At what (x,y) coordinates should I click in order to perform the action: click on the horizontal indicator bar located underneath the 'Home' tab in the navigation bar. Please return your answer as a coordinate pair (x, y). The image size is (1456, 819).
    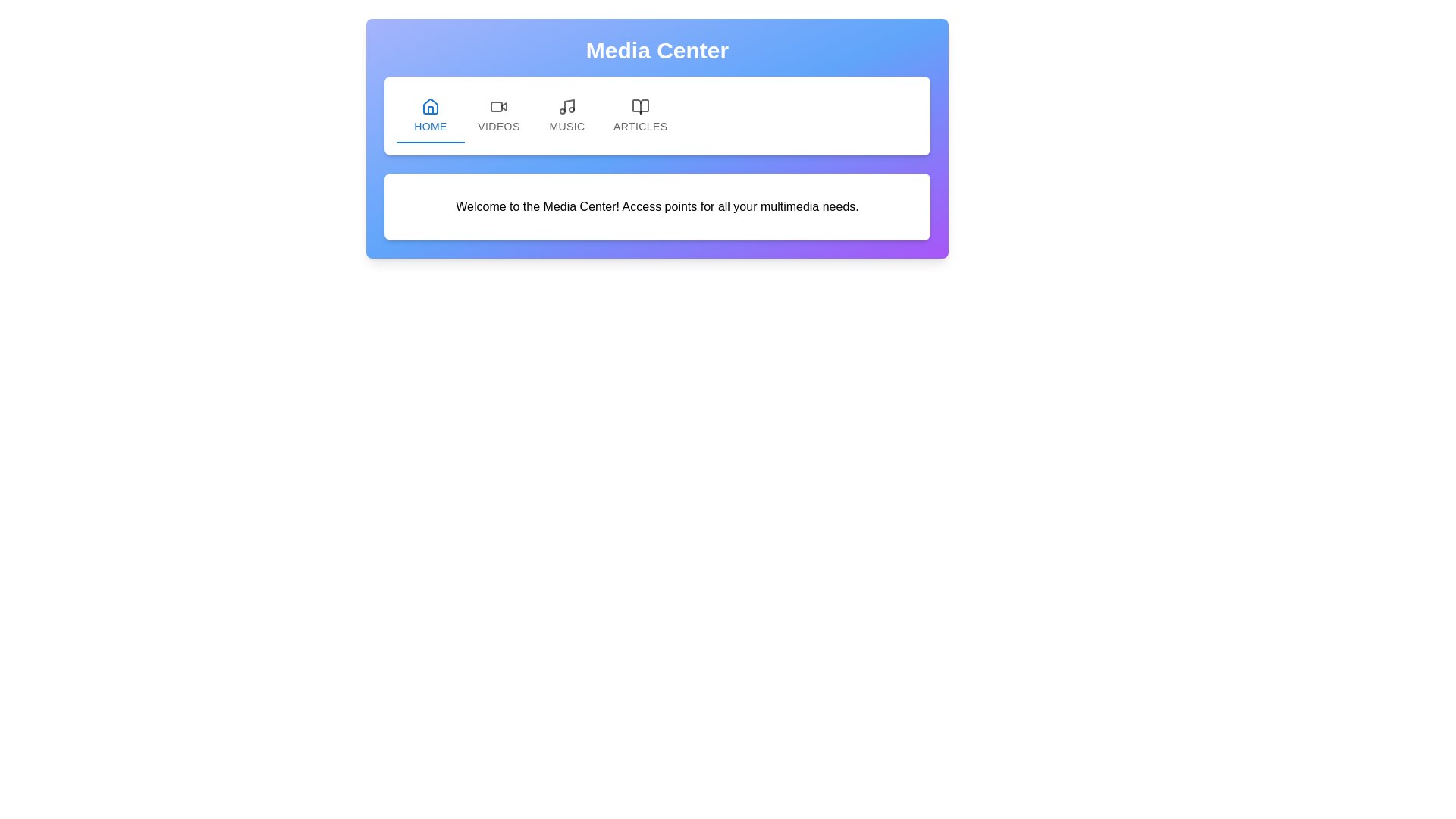
    Looking at the image, I should click on (429, 143).